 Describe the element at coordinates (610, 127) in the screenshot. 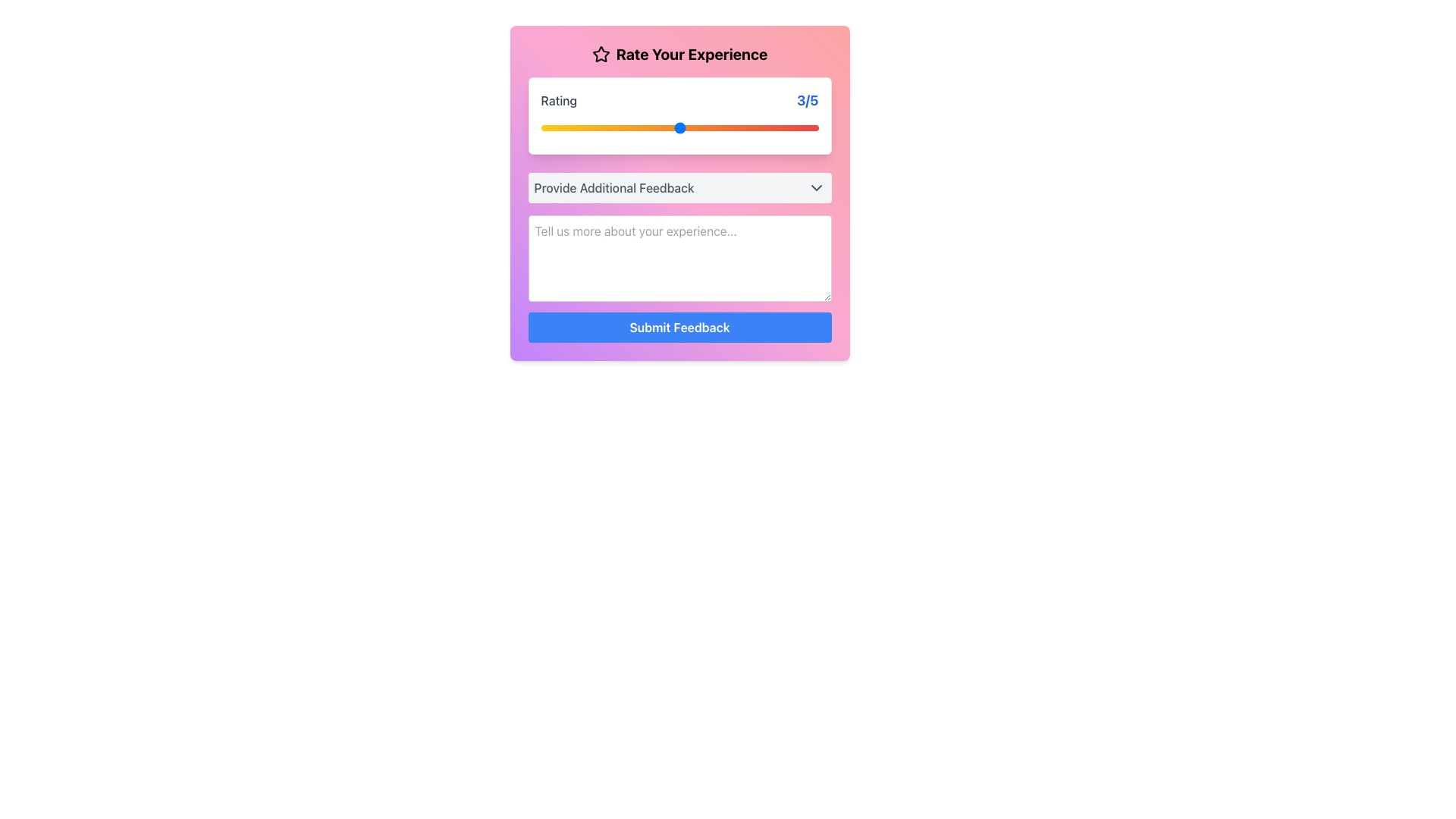

I see `the rating` at that location.